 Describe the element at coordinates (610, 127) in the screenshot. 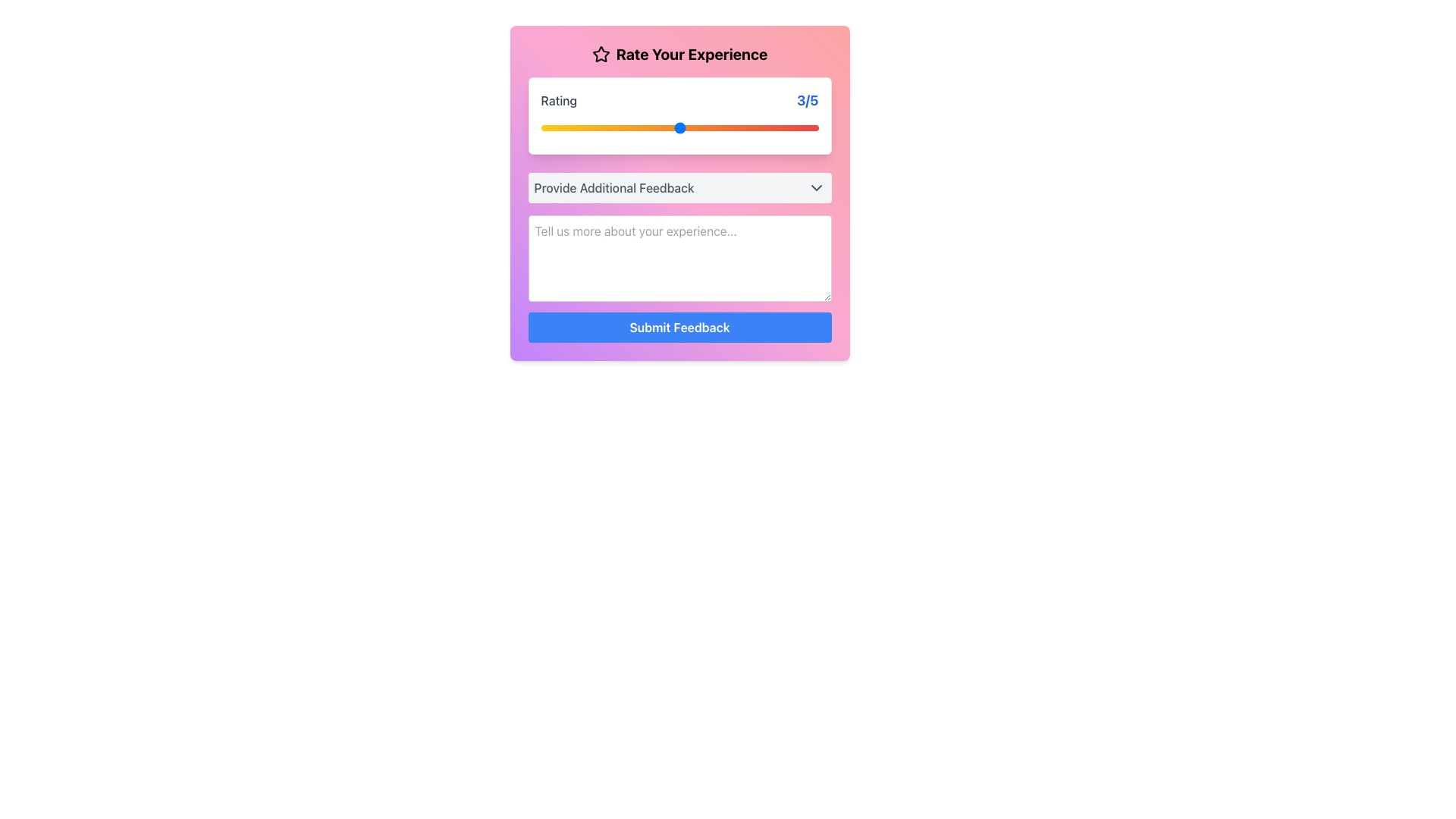

I see `the rating` at that location.